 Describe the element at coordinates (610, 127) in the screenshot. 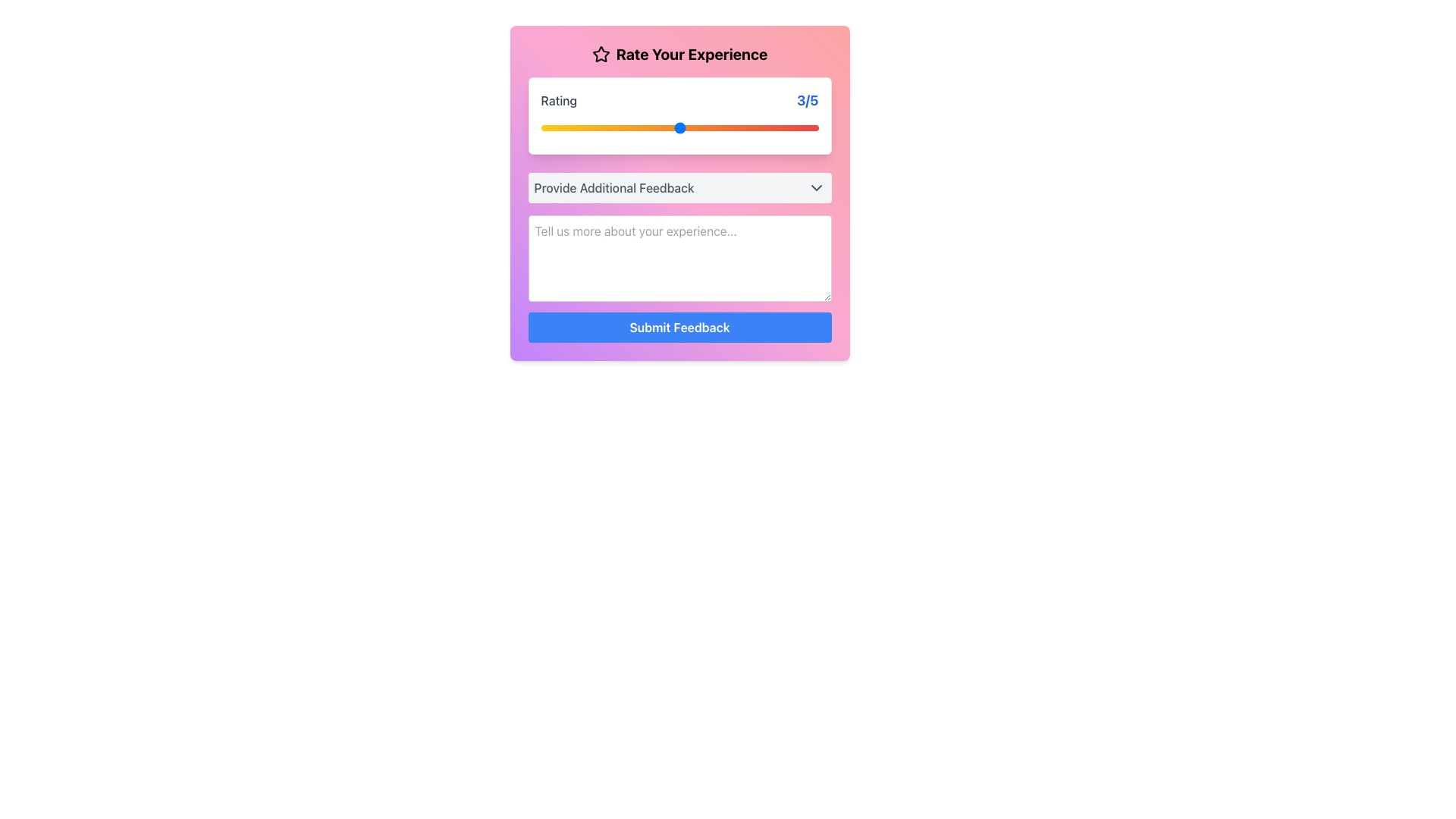

I see `the rating` at that location.